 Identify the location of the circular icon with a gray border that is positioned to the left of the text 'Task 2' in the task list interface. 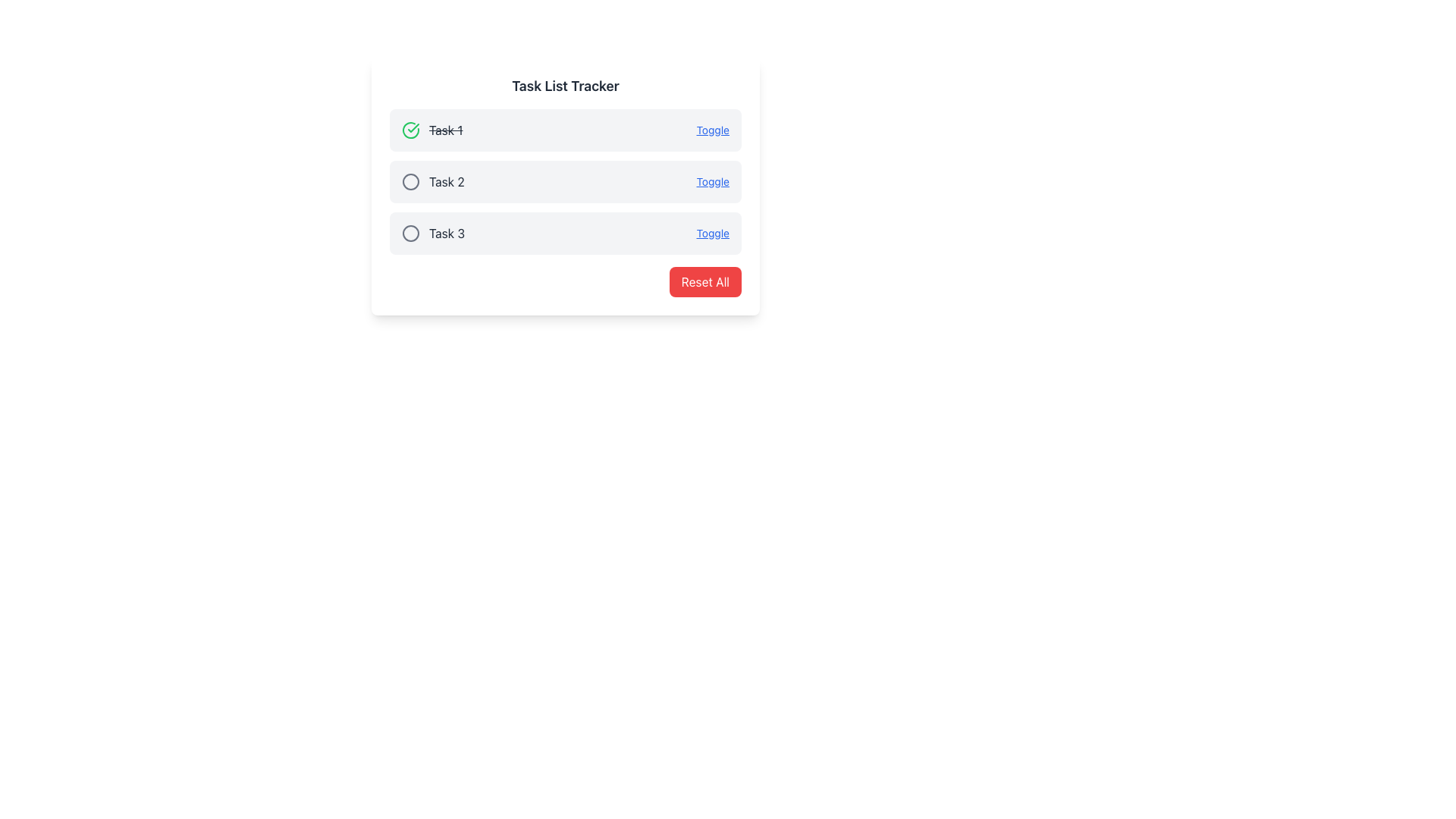
(411, 180).